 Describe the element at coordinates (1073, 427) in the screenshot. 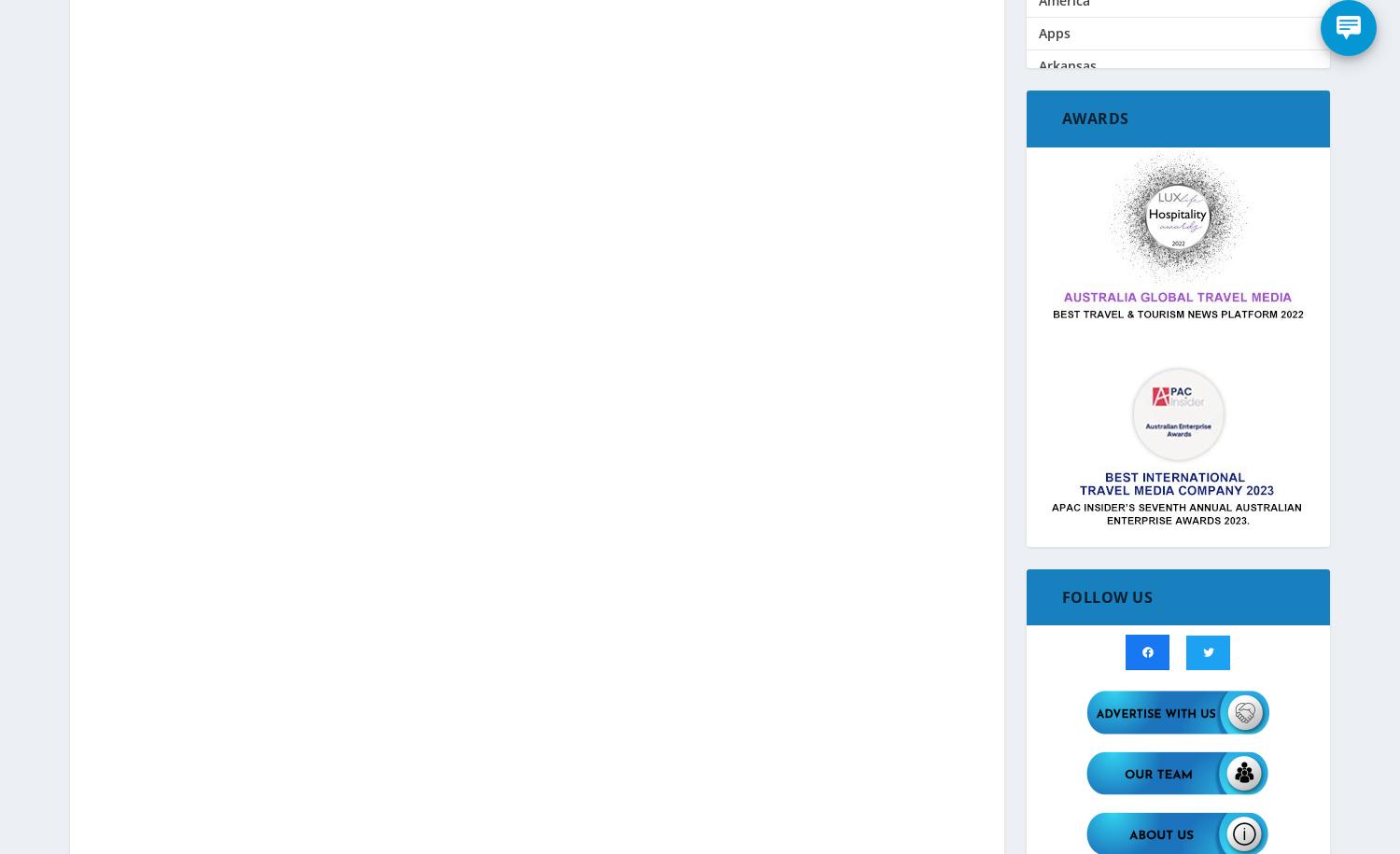

I see `'Car Rentals'` at that location.